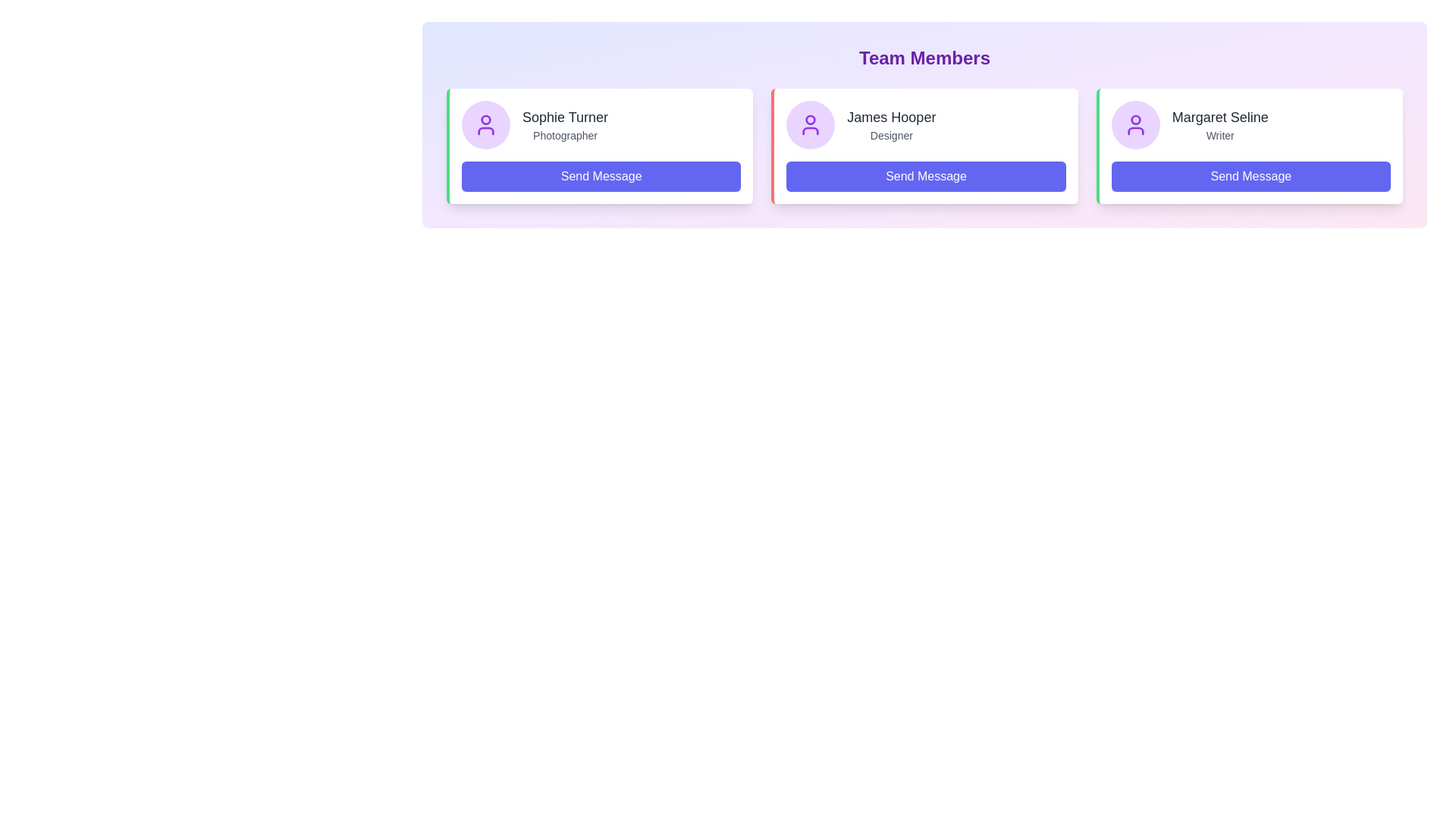 Image resolution: width=1456 pixels, height=819 pixels. I want to click on the text label stating 'Sophie Turner' which is displayed in a large, bold font style on the top left white card in a three-card layout, so click(564, 116).